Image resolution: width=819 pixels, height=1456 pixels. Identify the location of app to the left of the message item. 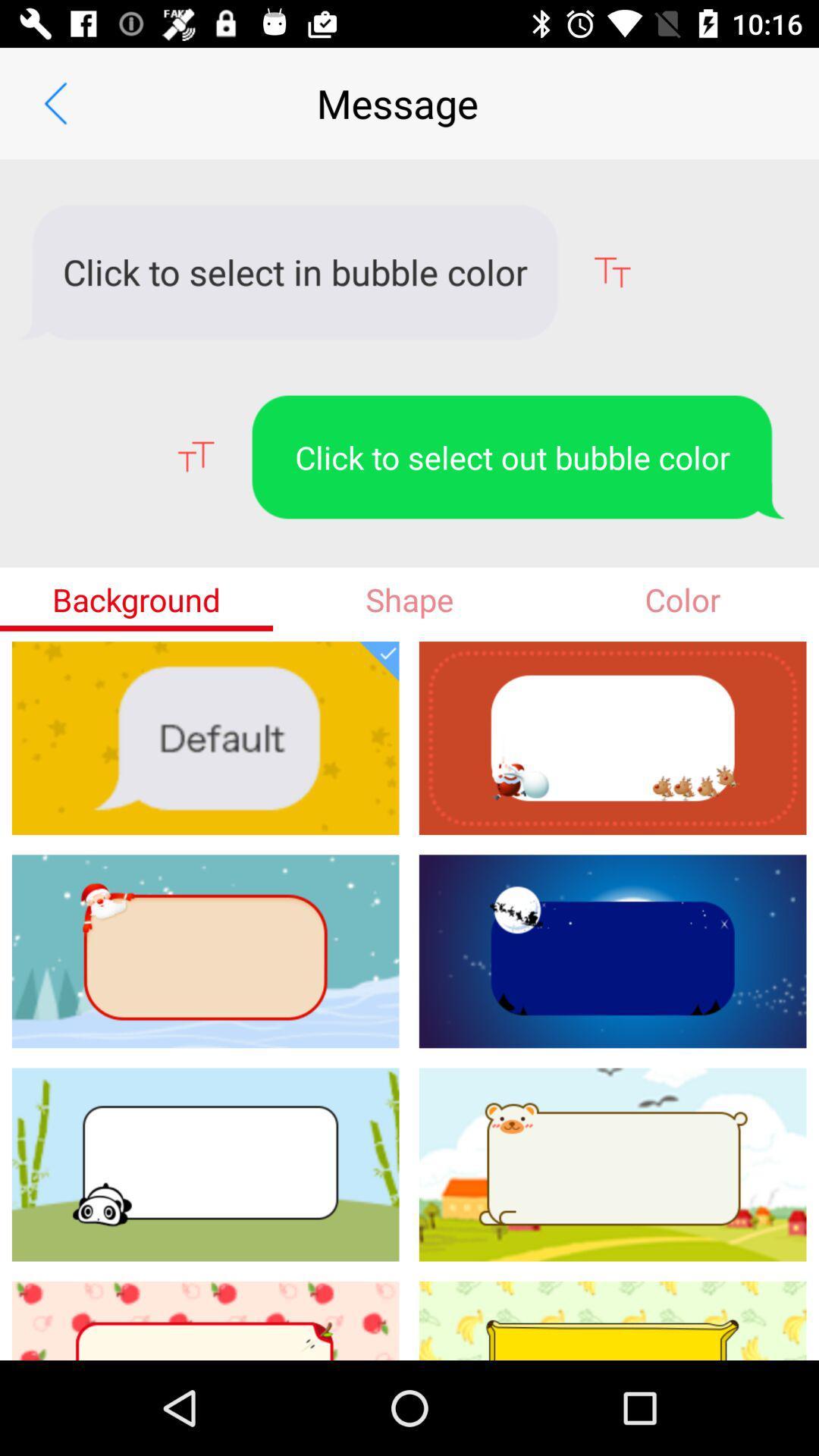
(55, 102).